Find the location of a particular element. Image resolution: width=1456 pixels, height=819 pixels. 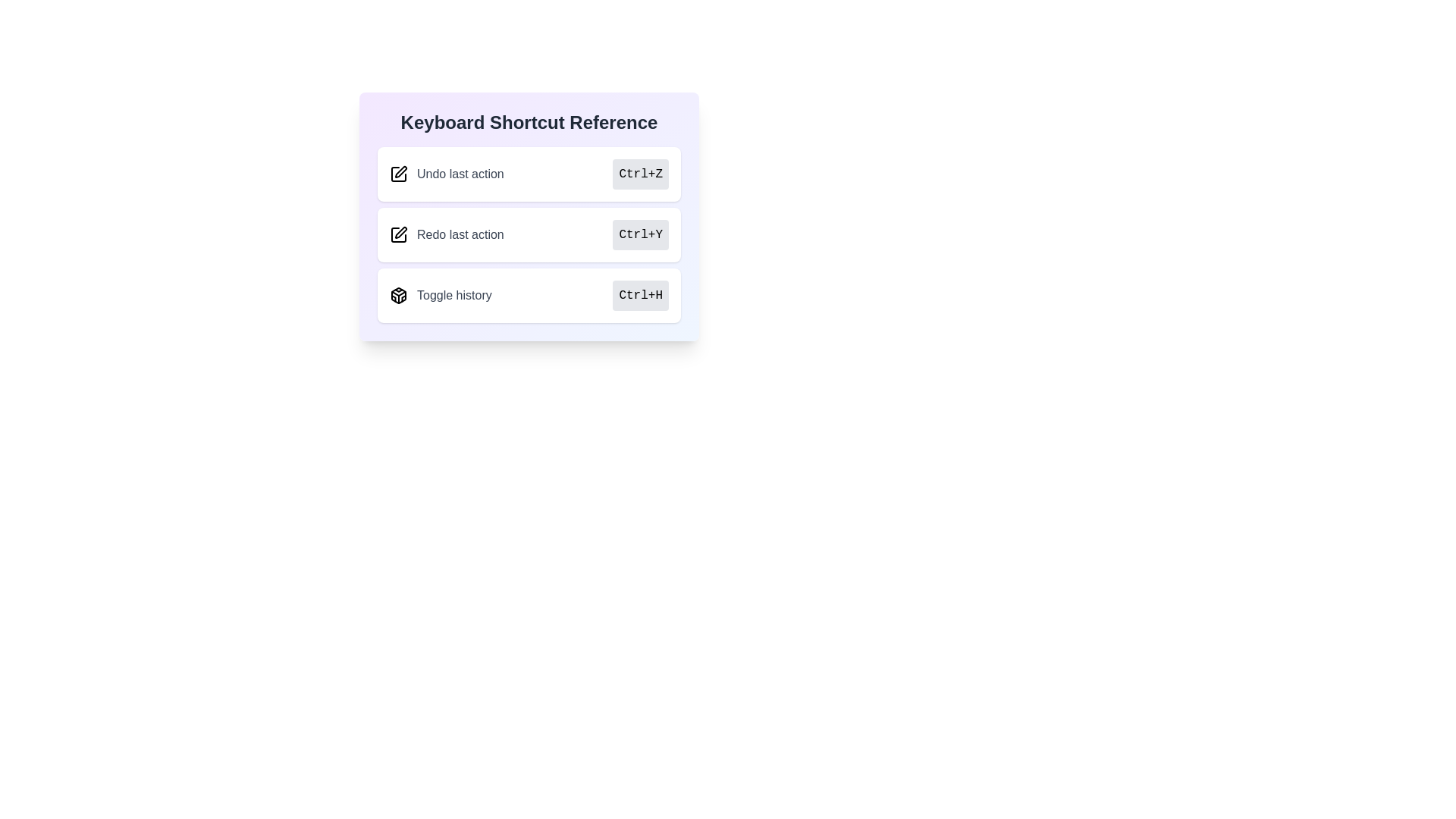

the 'Undo last action' button located under the 'Keyboard Shortcut Reference' title is located at coordinates (529, 174).